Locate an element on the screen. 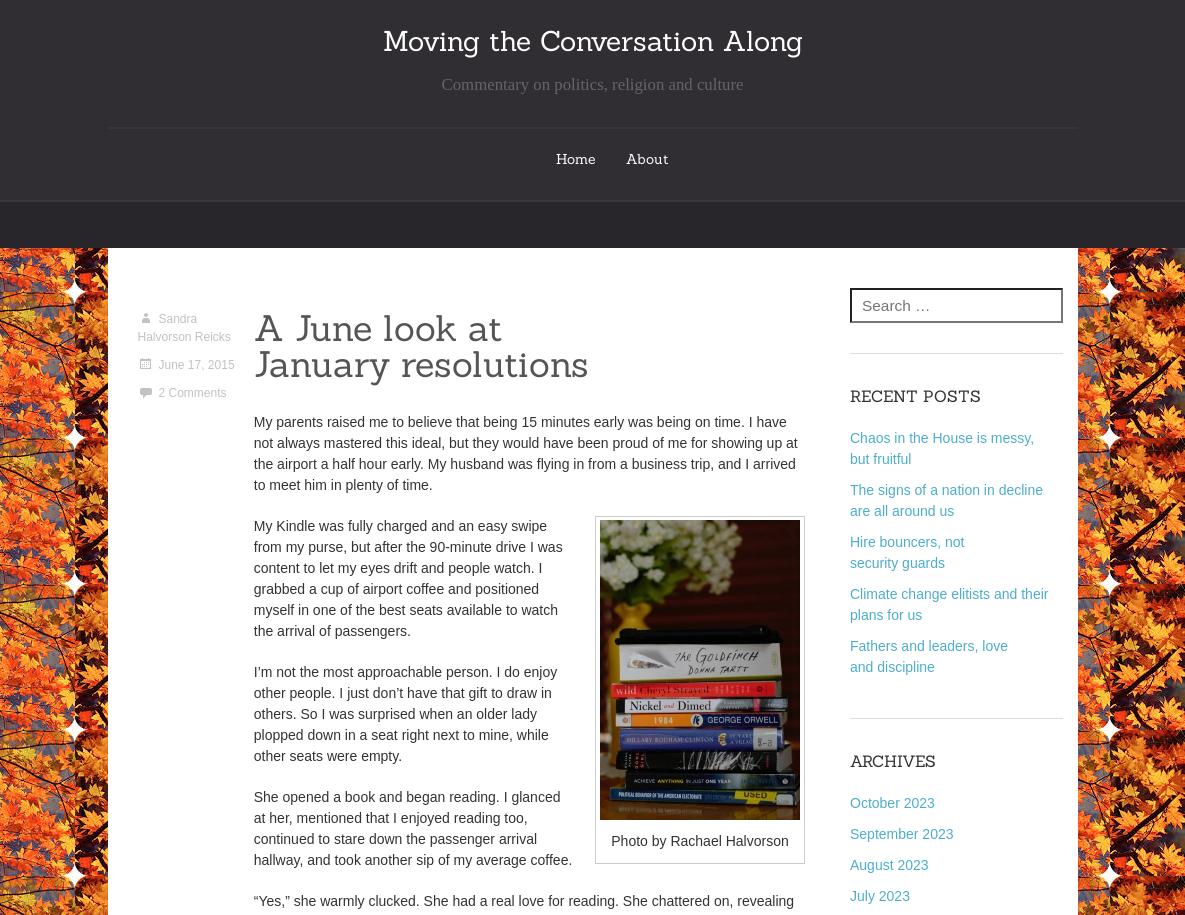  '2 Comments' is located at coordinates (190, 391).